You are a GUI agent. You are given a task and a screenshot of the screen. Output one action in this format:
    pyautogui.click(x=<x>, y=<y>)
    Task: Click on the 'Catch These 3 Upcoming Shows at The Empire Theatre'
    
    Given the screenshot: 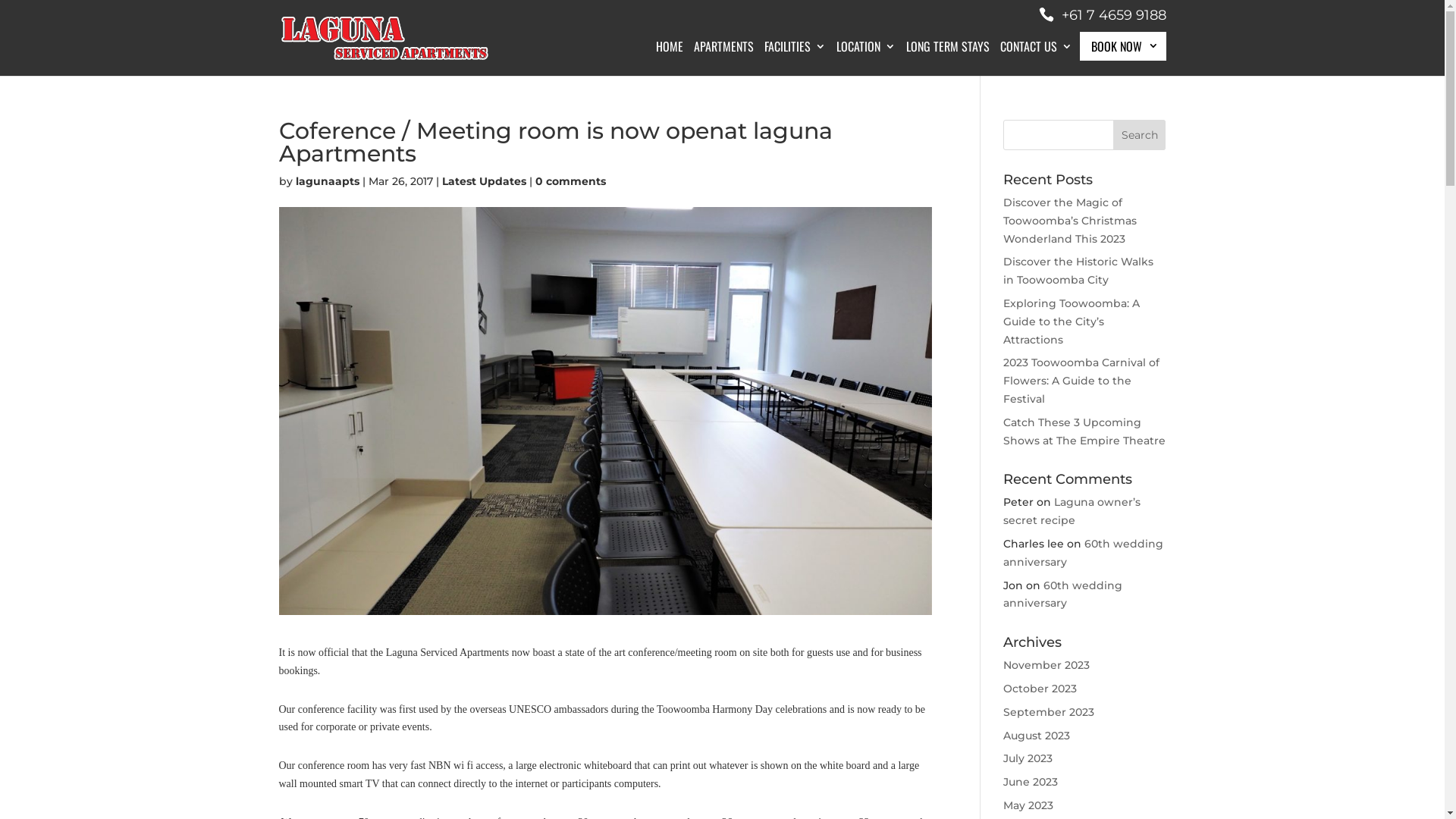 What is the action you would take?
    pyautogui.click(x=1084, y=431)
    